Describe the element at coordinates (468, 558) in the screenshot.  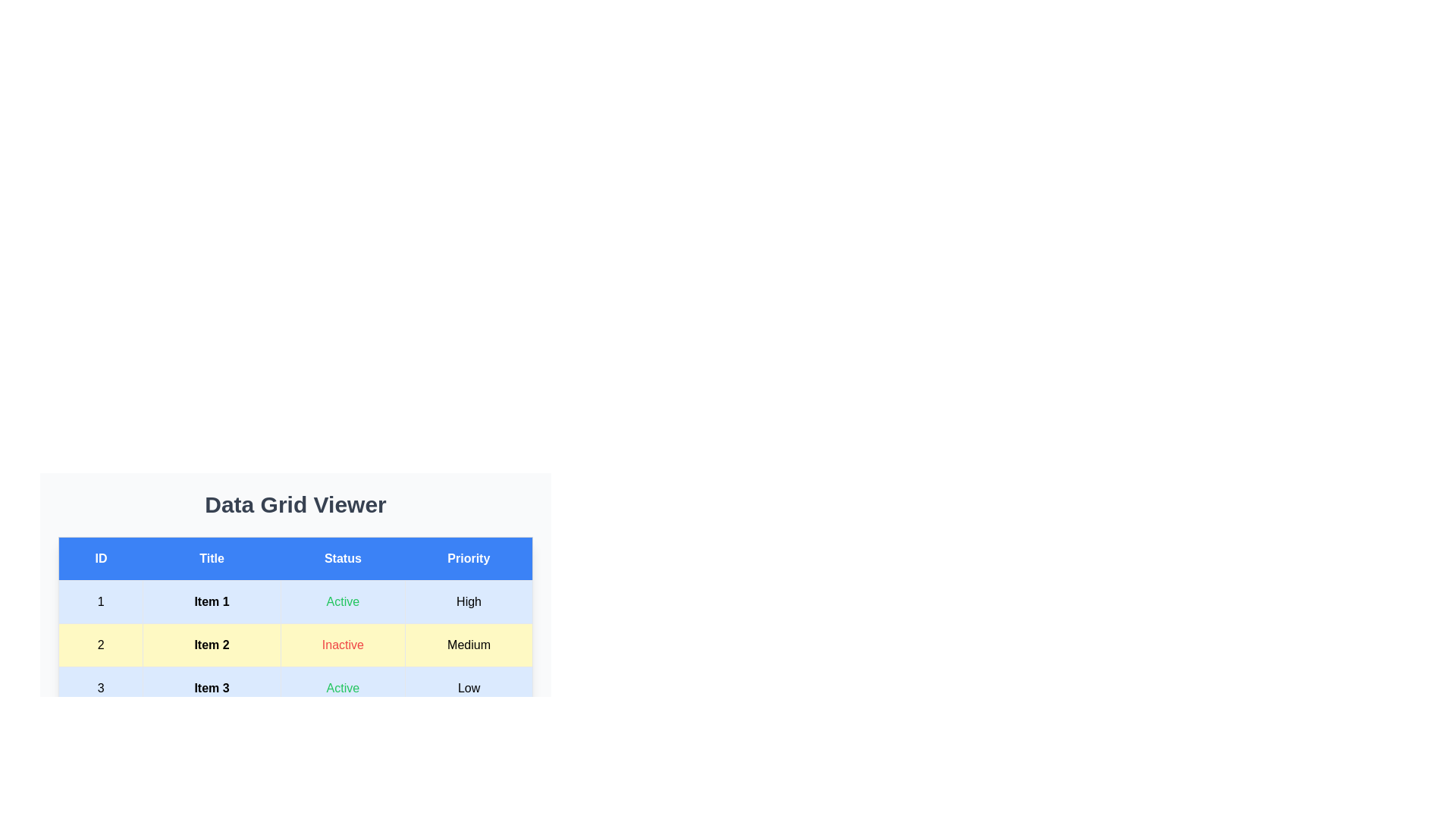
I see `the column header Priority to sort the table by that column` at that location.